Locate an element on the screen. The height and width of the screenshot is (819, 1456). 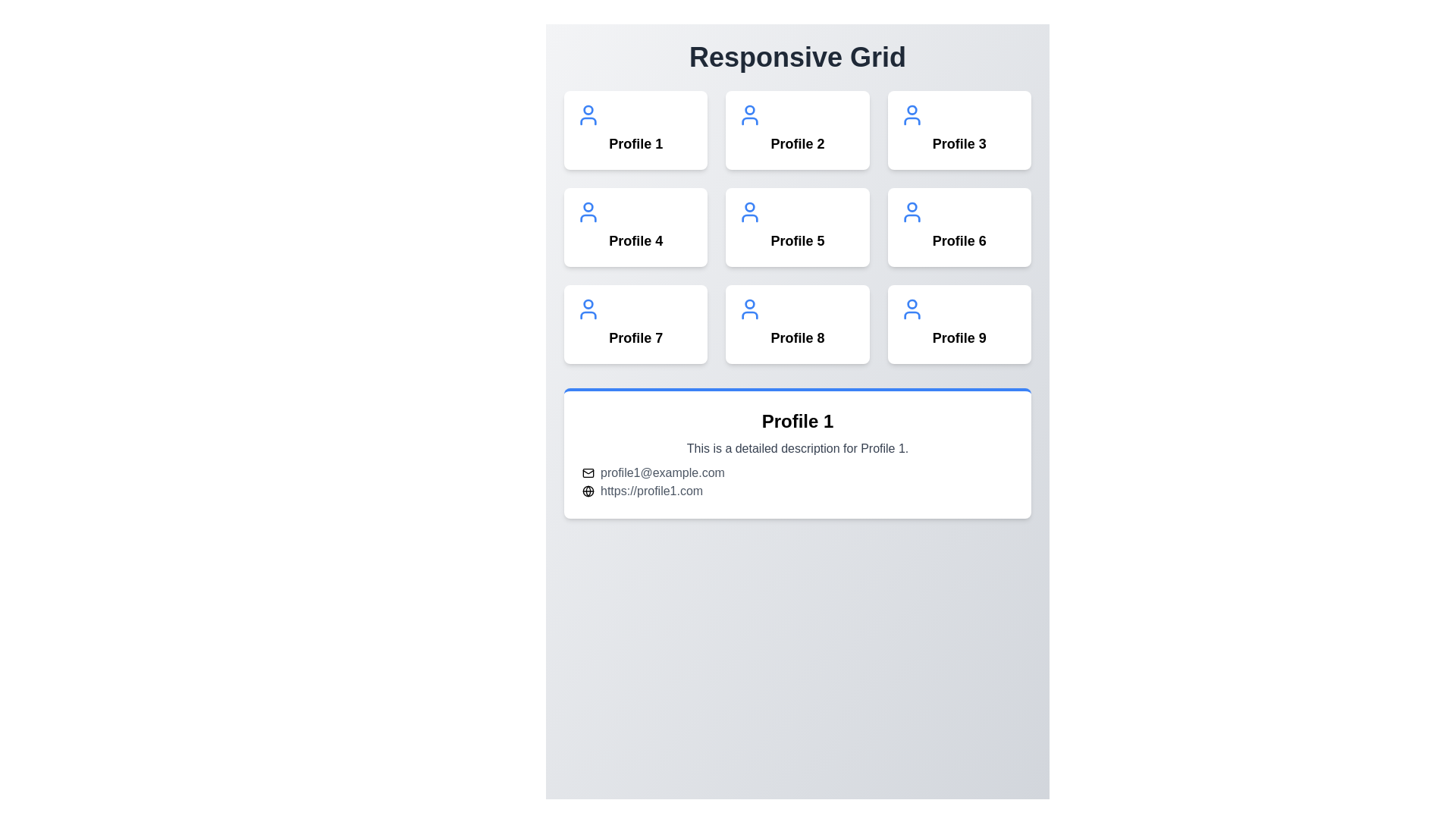
value of the bold, black text displaying 'Profile 2', which is the main title of the second card in the grid layout is located at coordinates (796, 143).